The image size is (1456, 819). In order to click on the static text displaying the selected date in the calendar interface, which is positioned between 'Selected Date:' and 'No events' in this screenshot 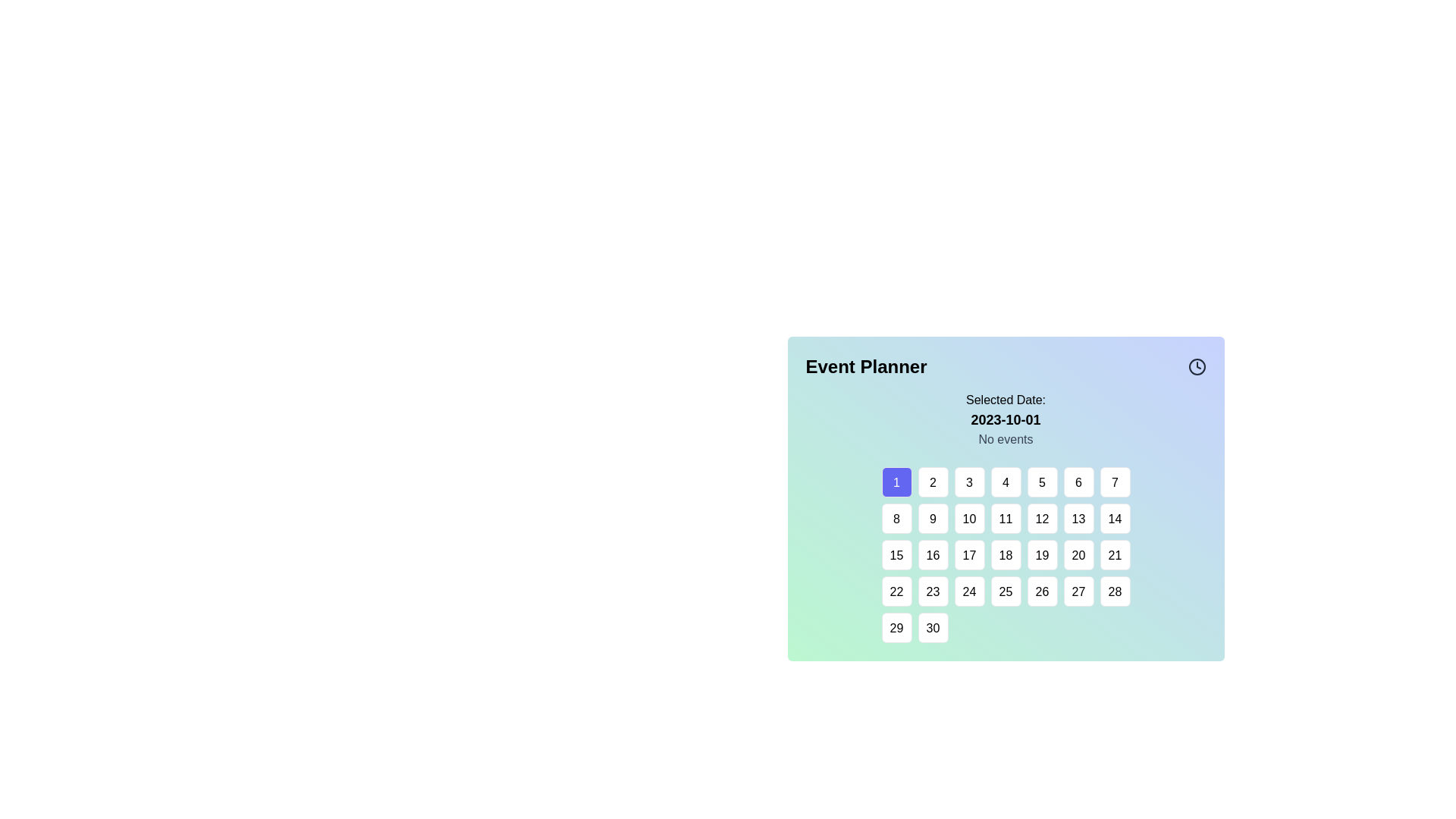, I will do `click(1006, 420)`.